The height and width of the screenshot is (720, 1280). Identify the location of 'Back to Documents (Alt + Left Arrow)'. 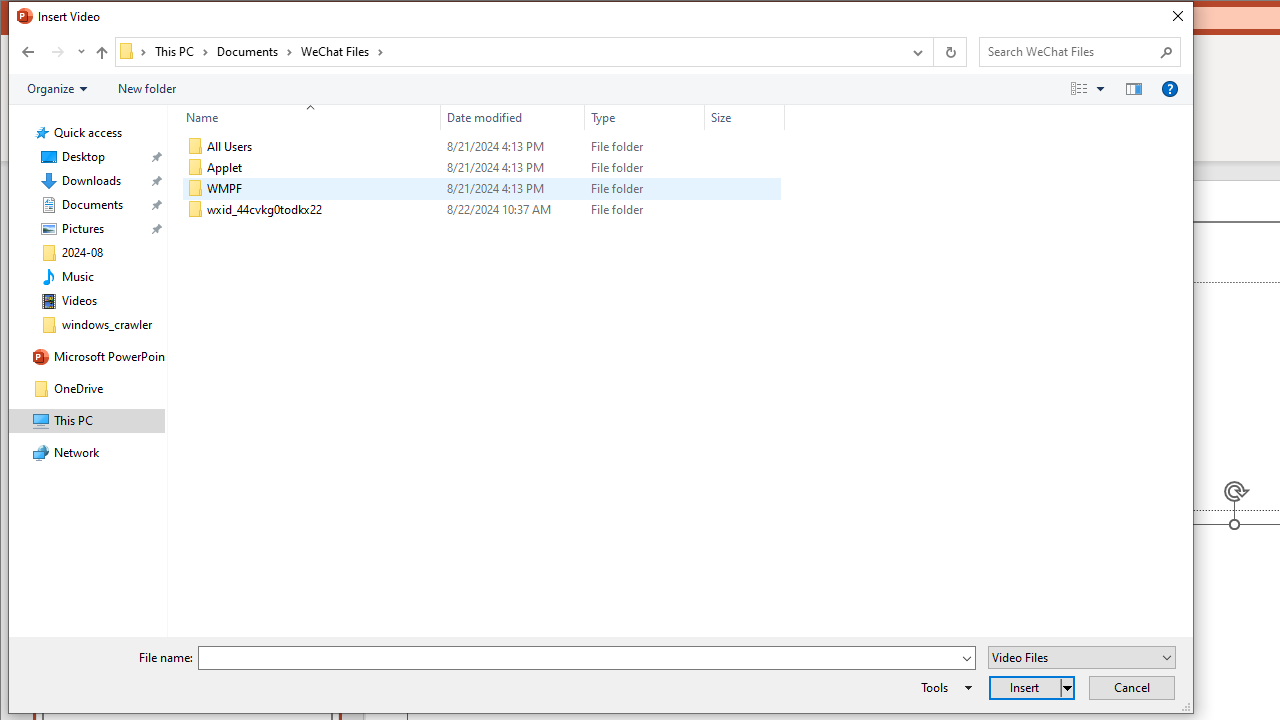
(28, 50).